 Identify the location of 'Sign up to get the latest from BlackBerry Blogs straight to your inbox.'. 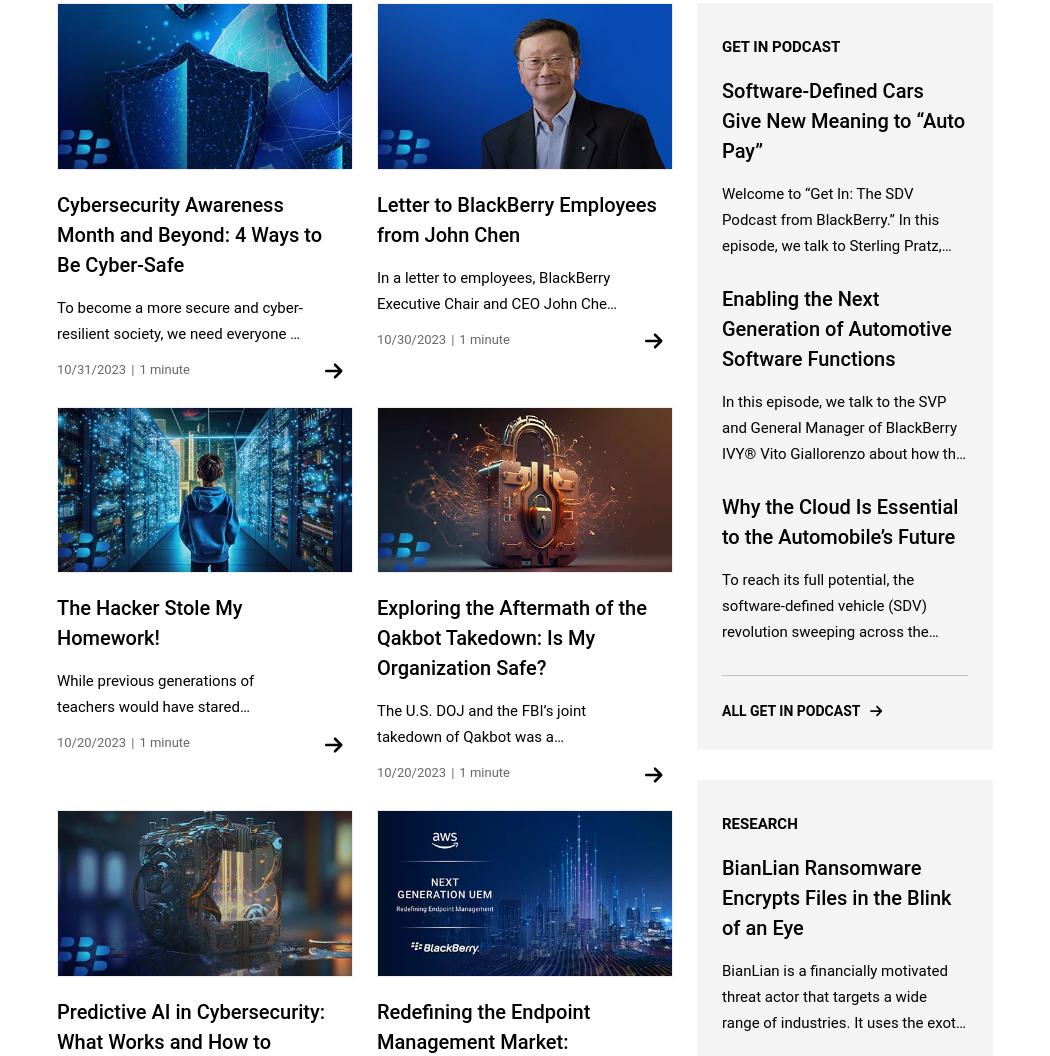
(523, 216).